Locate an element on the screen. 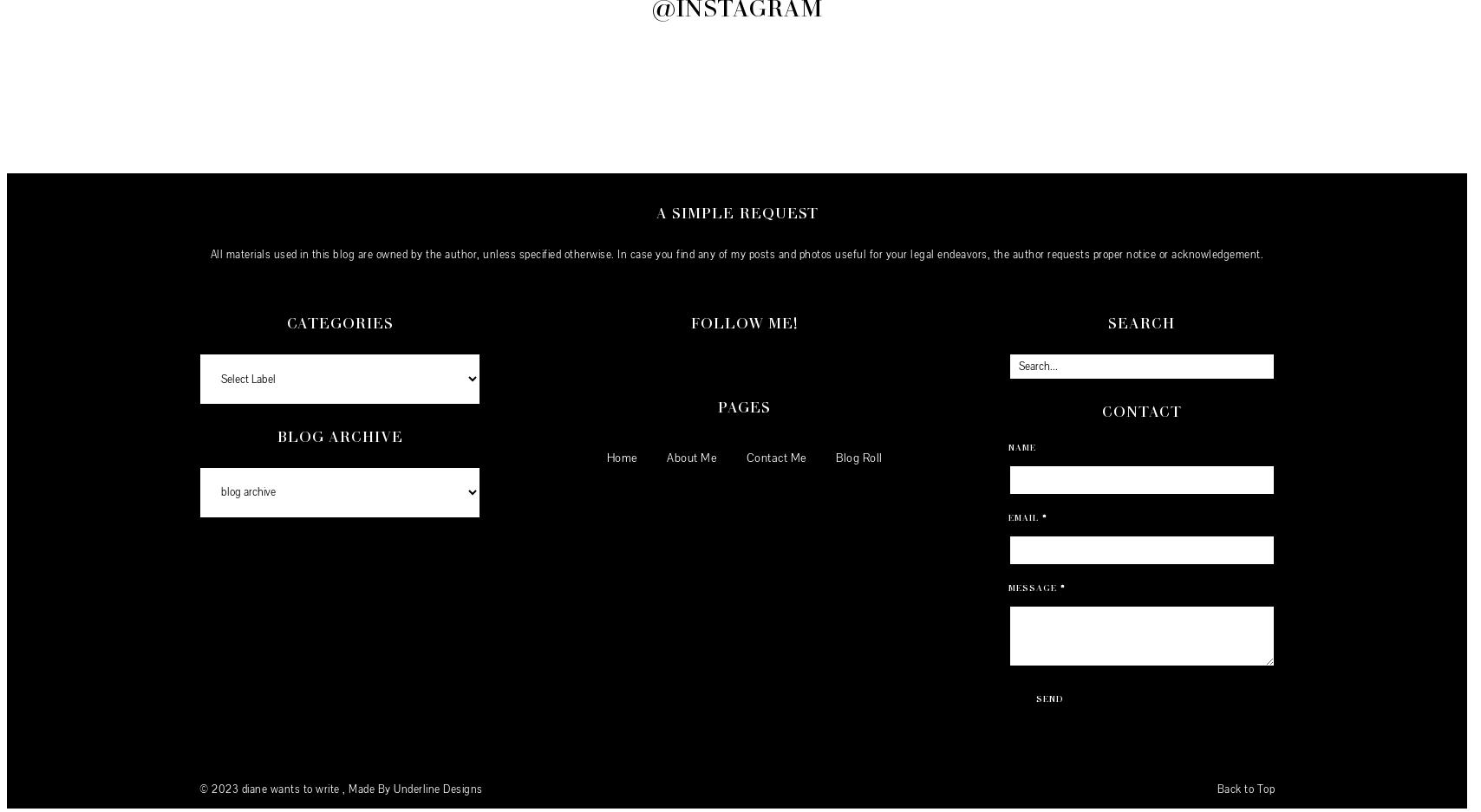  'Search' is located at coordinates (1141, 321).